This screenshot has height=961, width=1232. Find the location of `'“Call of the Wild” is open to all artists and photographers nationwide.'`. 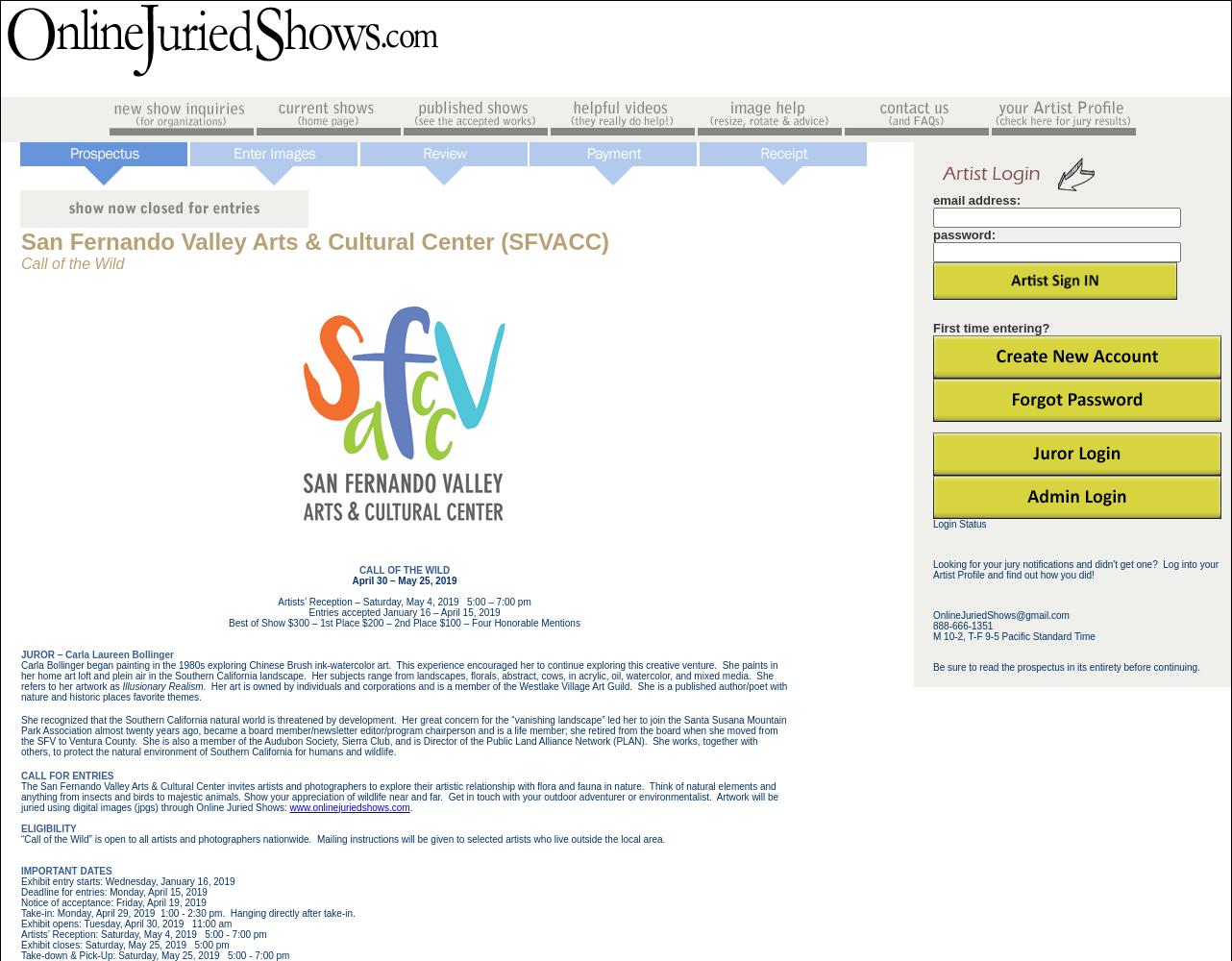

'“Call of the Wild” is open to all artists and photographers nationwide.' is located at coordinates (166, 837).